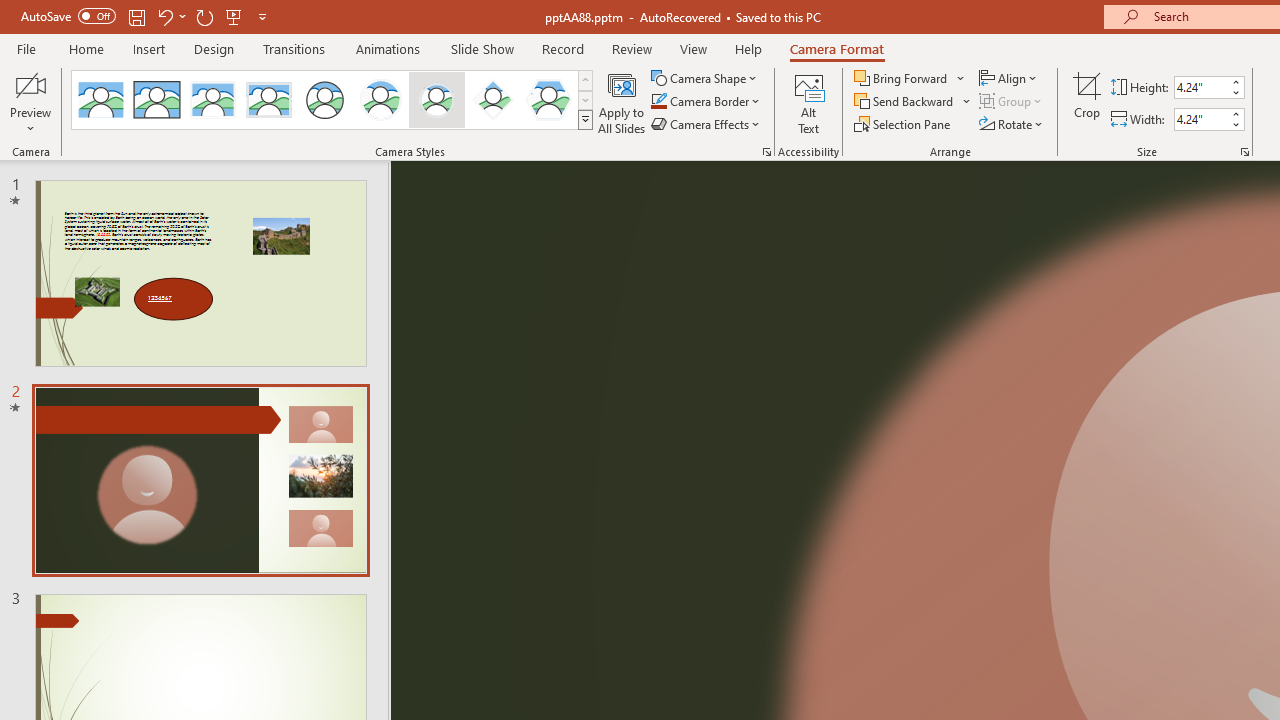  What do you see at coordinates (1012, 124) in the screenshot?
I see `'Rotate'` at bounding box center [1012, 124].